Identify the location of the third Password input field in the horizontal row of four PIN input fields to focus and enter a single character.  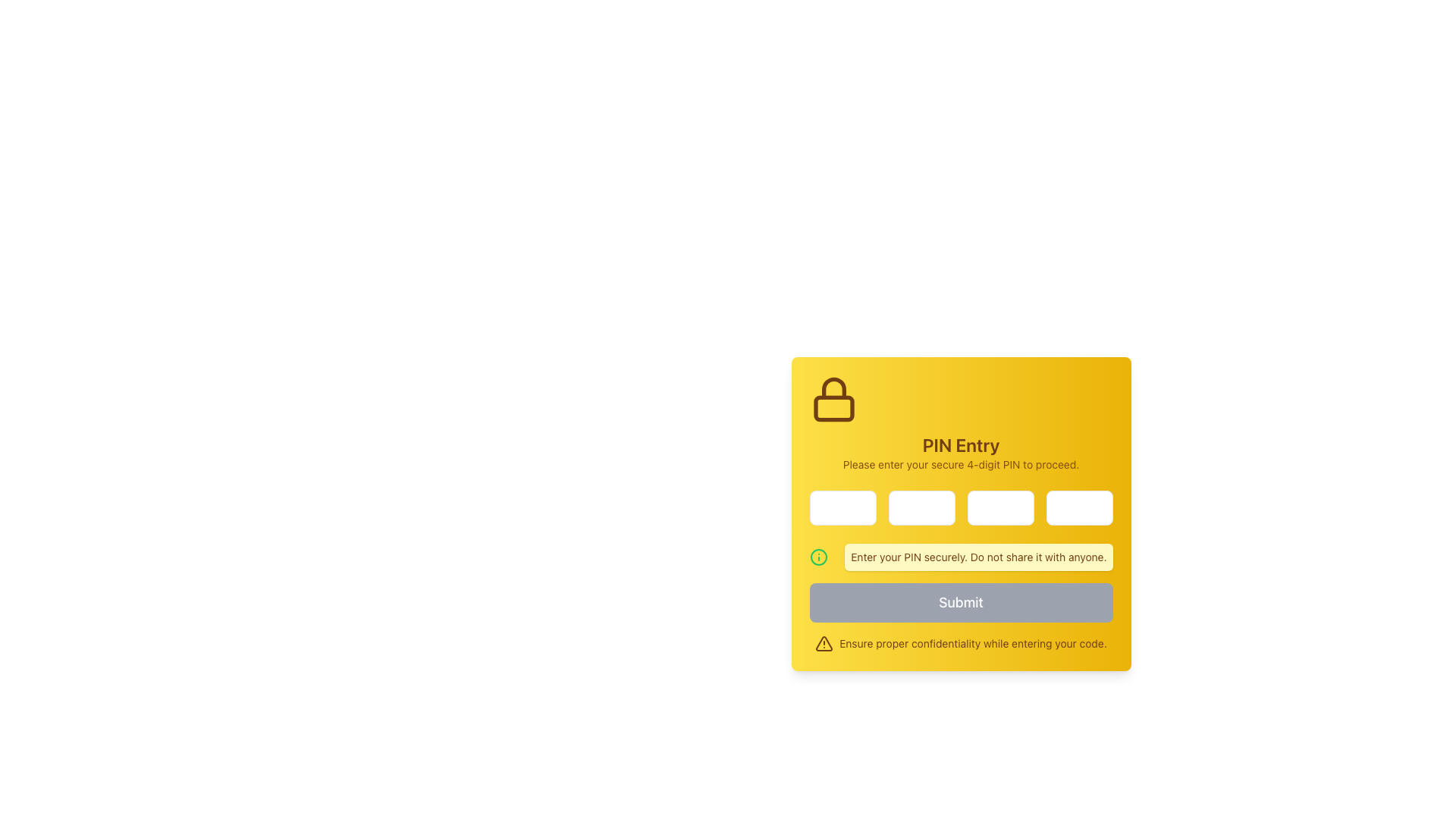
(1000, 508).